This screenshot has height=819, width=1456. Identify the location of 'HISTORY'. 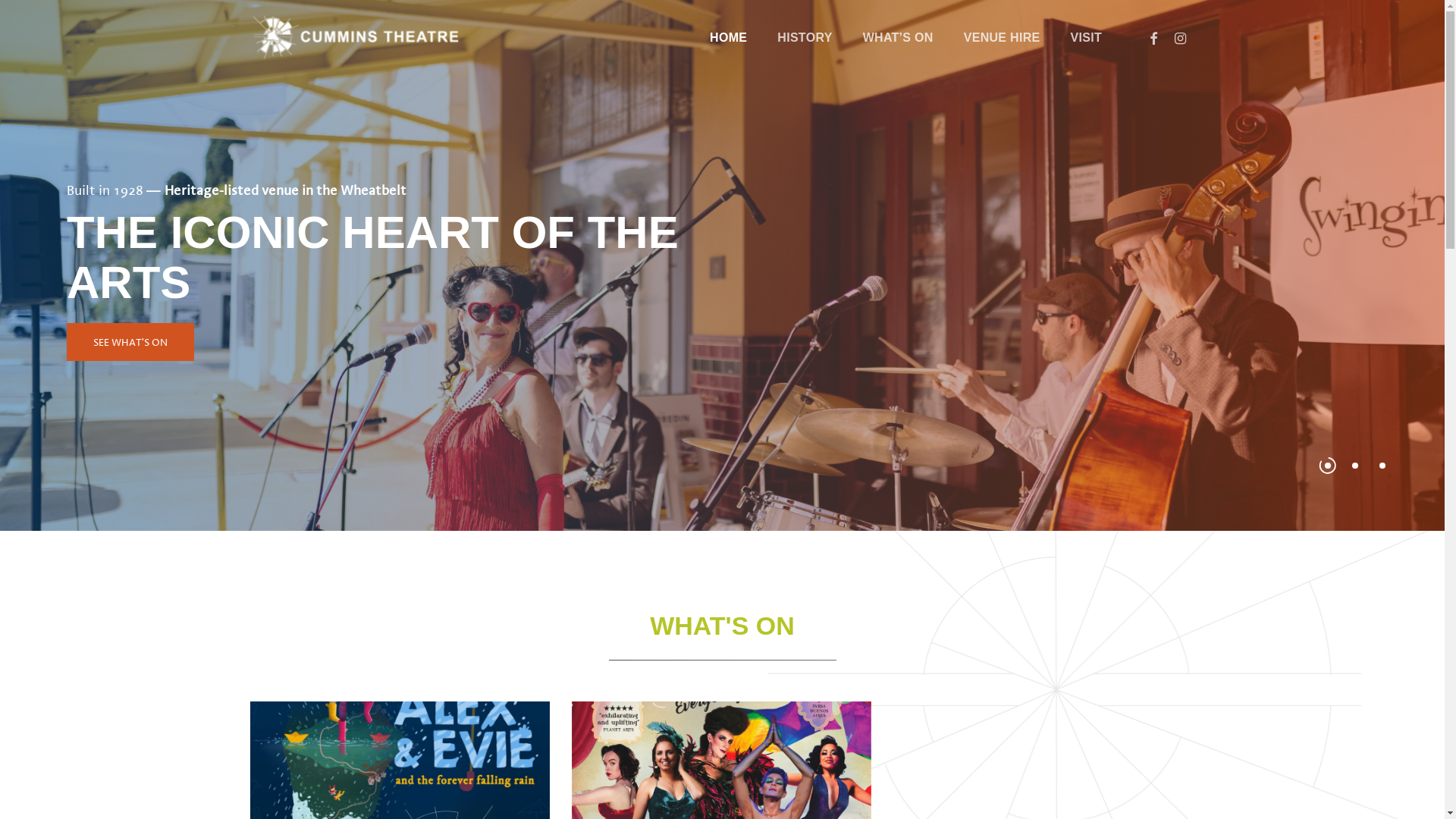
(761, 37).